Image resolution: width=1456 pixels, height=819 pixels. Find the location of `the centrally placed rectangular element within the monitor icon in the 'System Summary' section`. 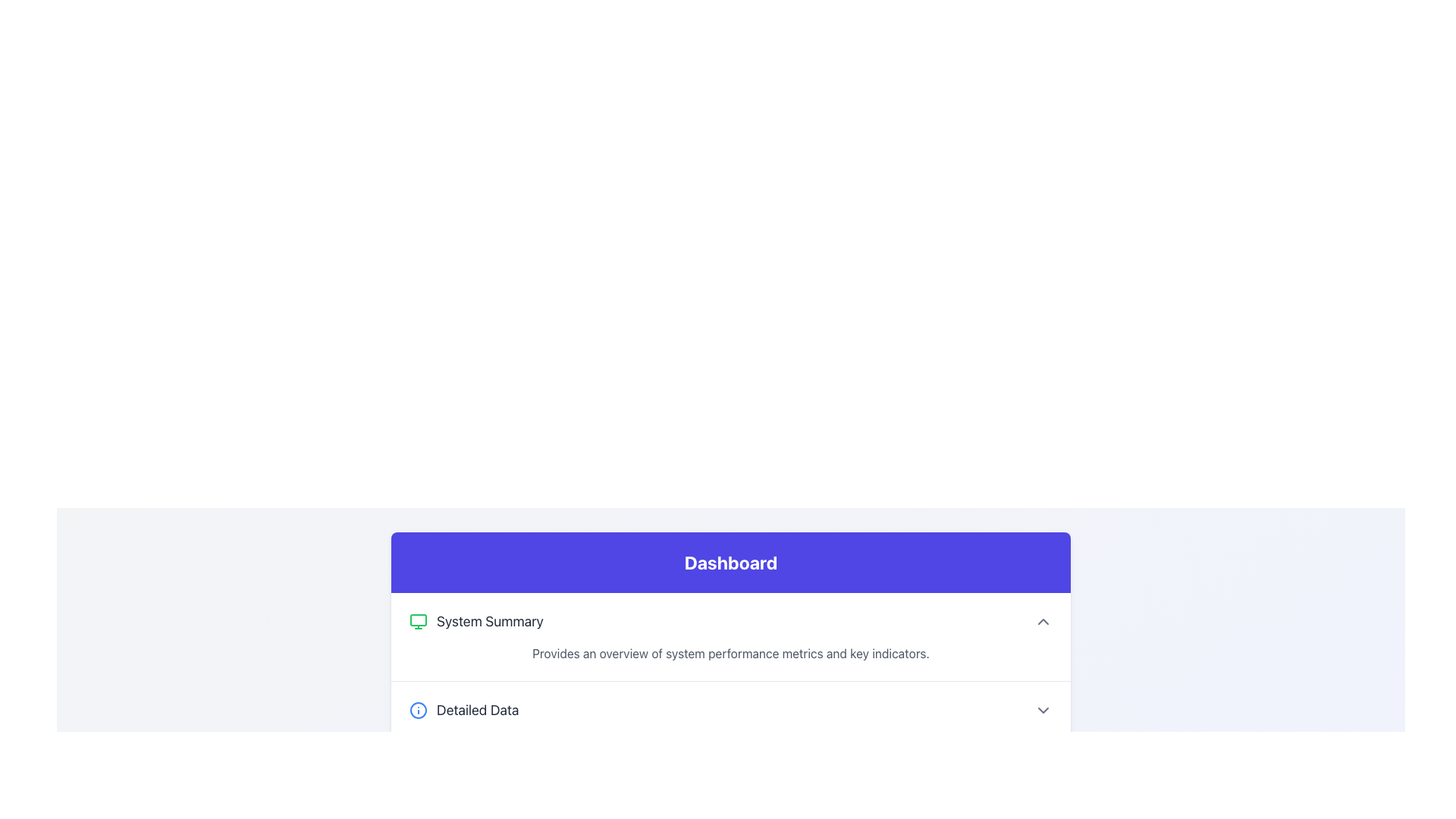

the centrally placed rectangular element within the monitor icon in the 'System Summary' section is located at coordinates (419, 620).